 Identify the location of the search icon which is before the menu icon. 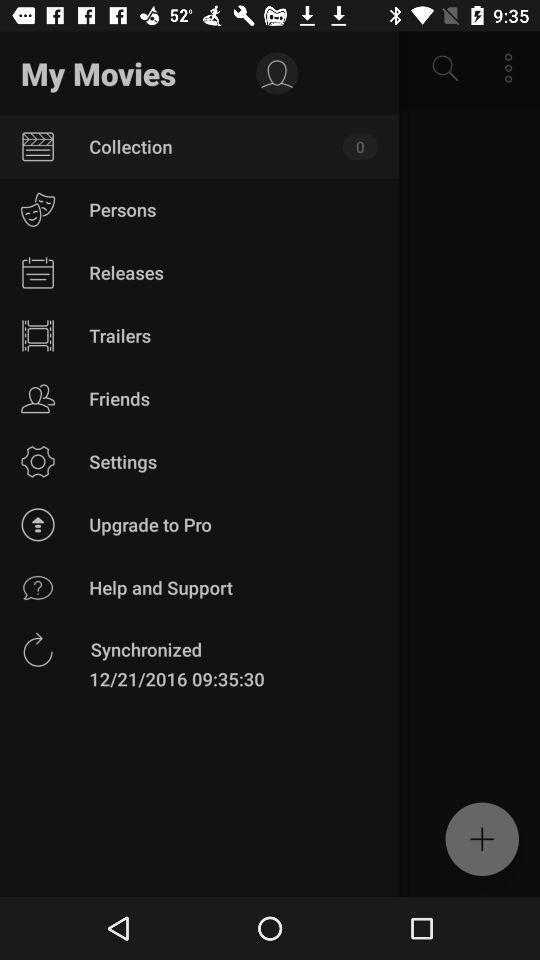
(445, 68).